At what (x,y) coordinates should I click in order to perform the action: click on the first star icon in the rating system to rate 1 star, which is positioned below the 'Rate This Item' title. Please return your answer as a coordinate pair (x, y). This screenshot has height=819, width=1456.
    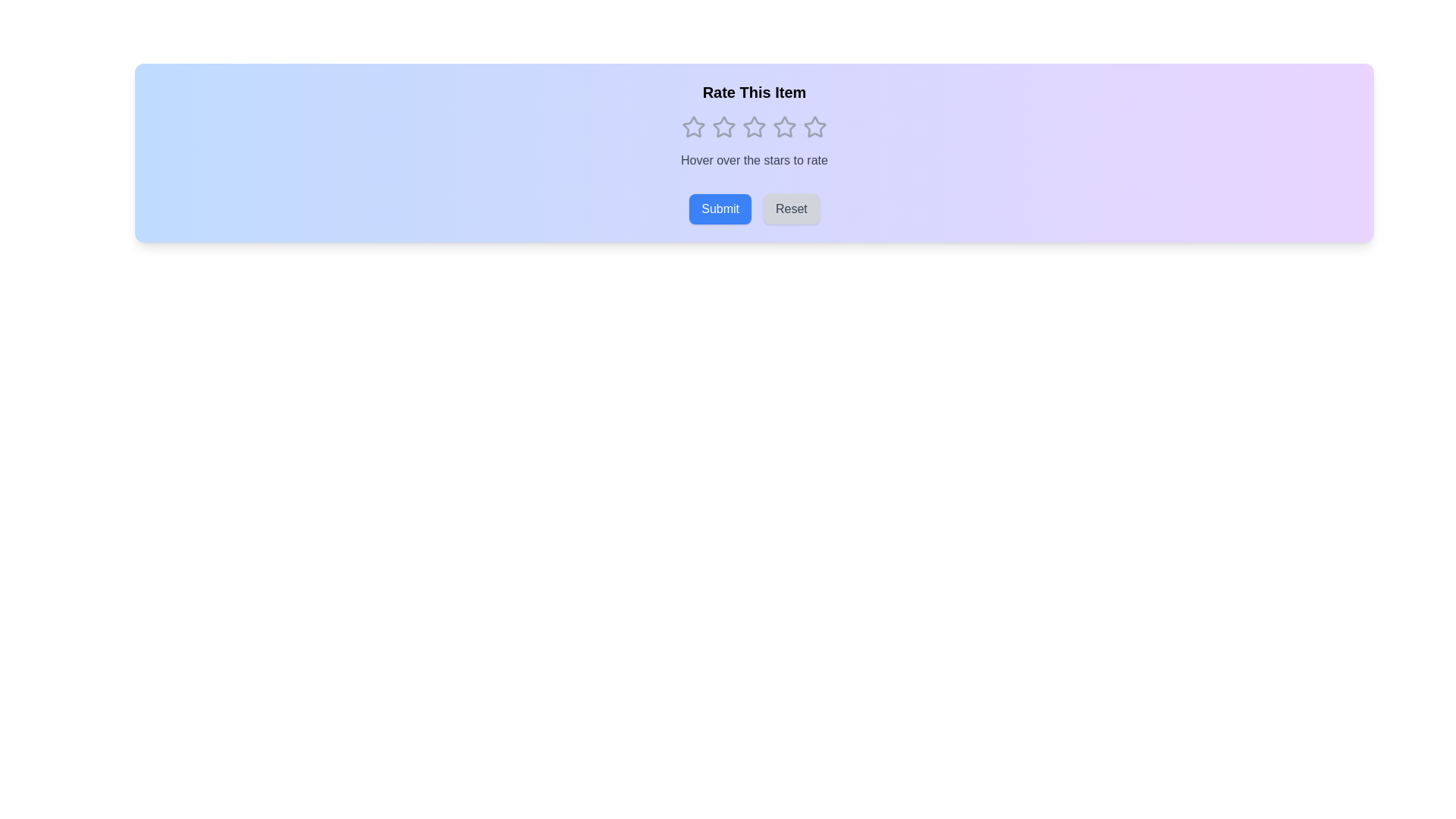
    Looking at the image, I should click on (693, 127).